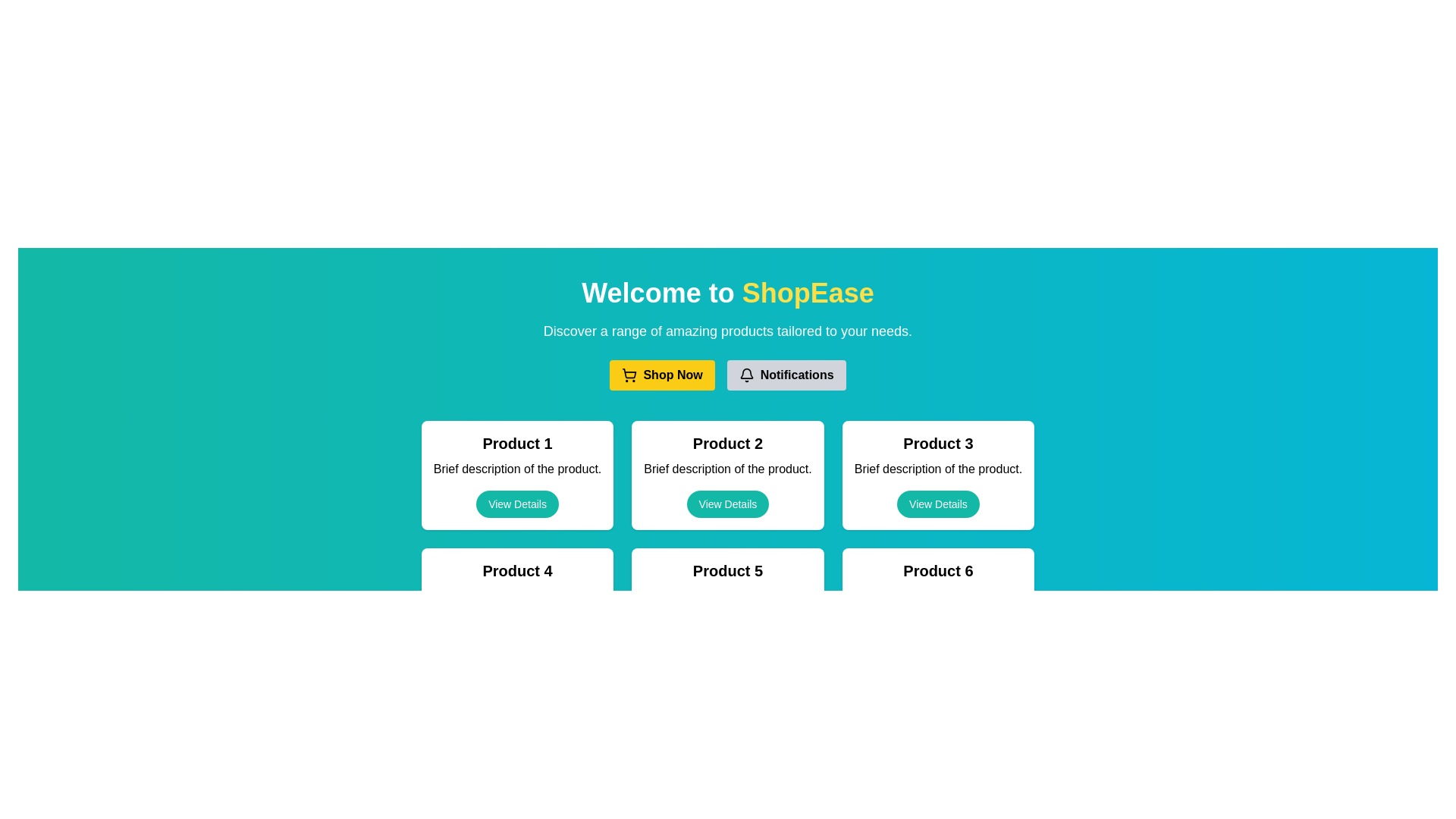  I want to click on text 'Brief description of the product.' which is displayed in a standard sans-serif font within the rounded rectangular card labeled 'Product 1', so click(517, 468).